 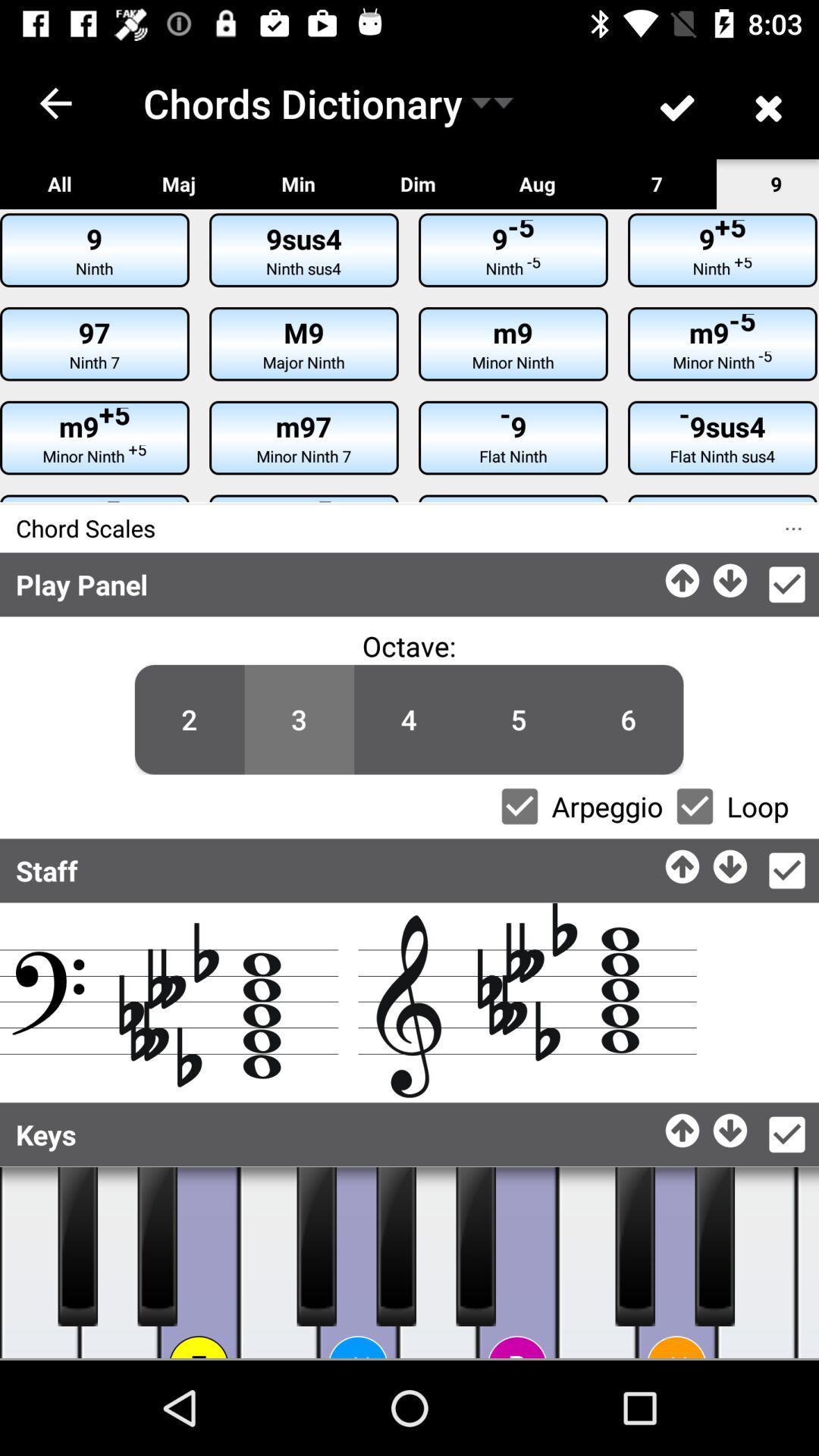 I want to click on go down option, so click(x=730, y=862).